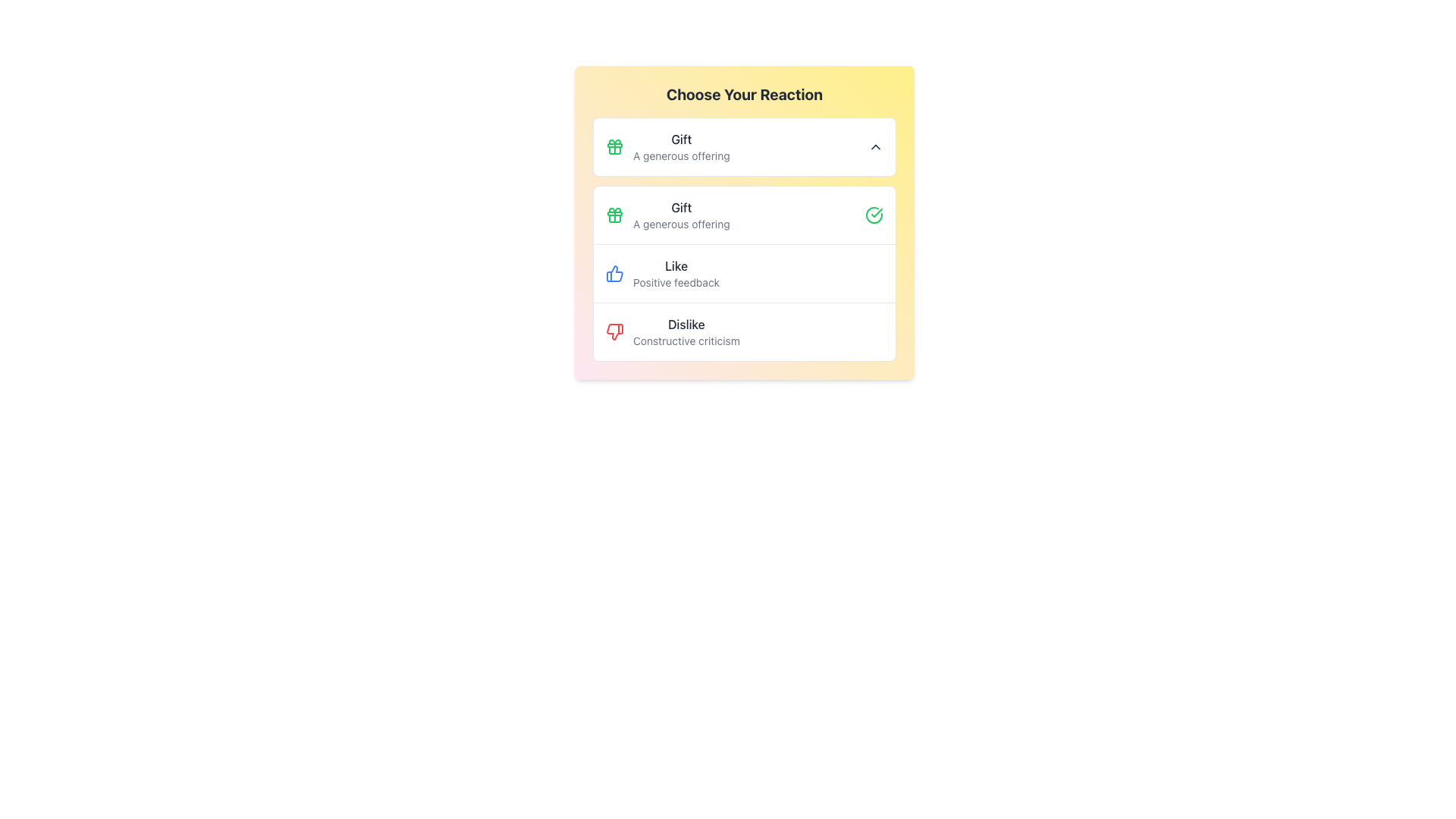 This screenshot has height=819, width=1456. I want to click on the first selectable option in the dropdown list labeled 'Choose Your Reaction', so click(745, 146).